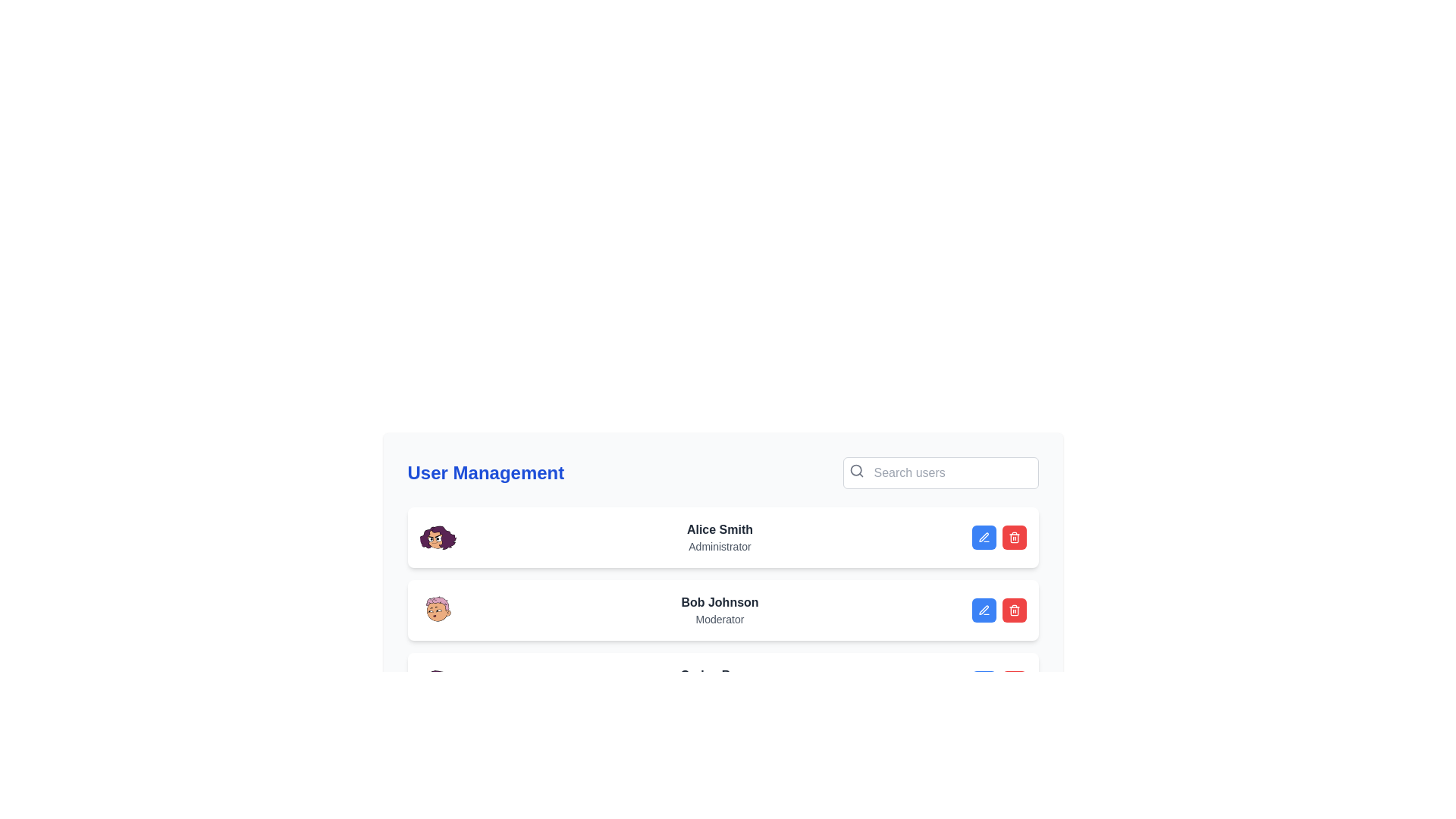 Image resolution: width=1456 pixels, height=819 pixels. What do you see at coordinates (437, 610) in the screenshot?
I see `the circular avatar image of the pink-haired cartoon character associated with 'Bob Johnson, Moderator'` at bounding box center [437, 610].